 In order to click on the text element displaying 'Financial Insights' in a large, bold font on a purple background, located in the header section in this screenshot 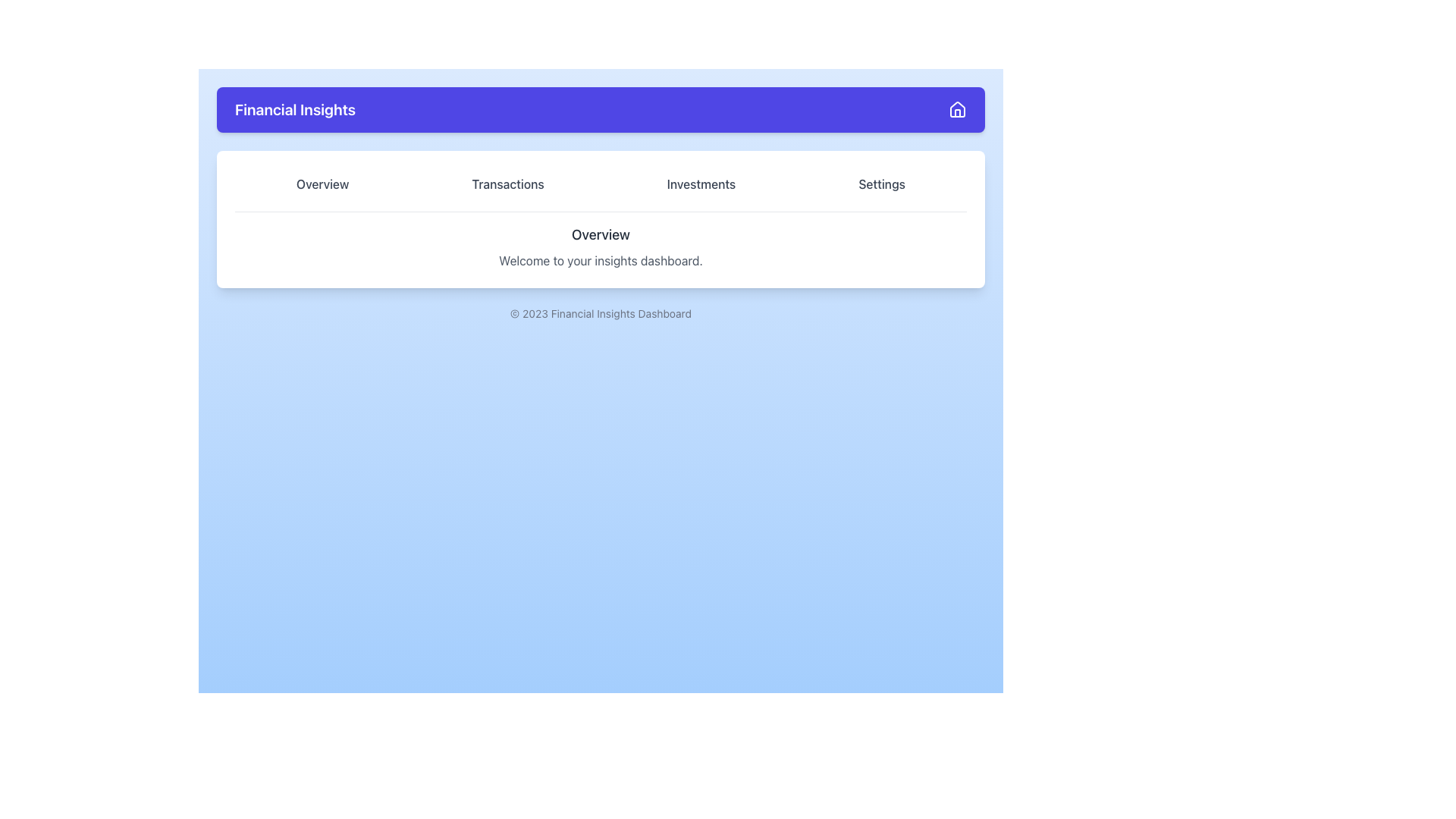, I will do `click(295, 109)`.